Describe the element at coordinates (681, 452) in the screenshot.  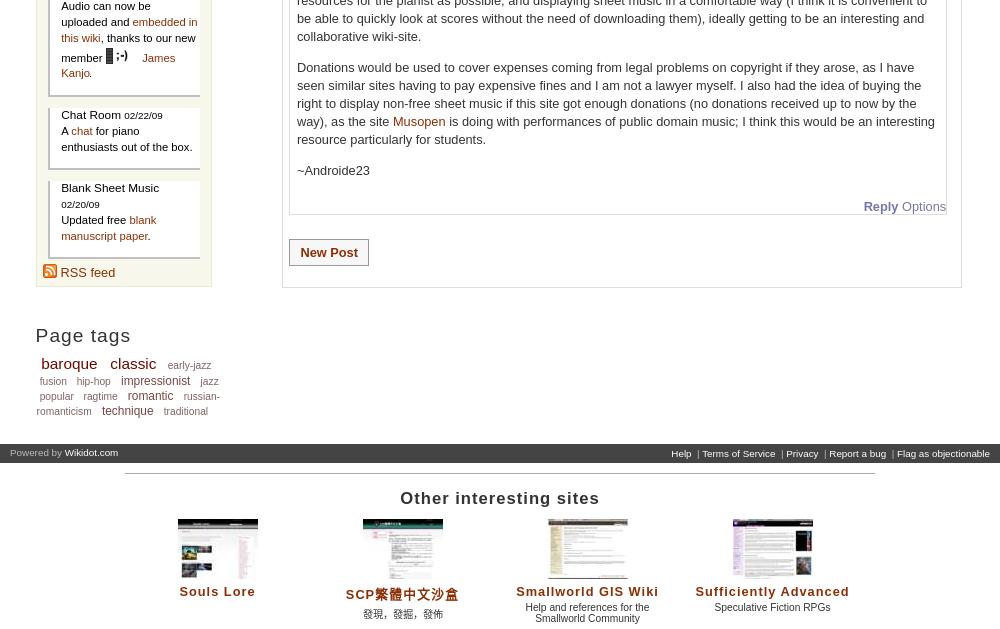
I see `'Help'` at that location.